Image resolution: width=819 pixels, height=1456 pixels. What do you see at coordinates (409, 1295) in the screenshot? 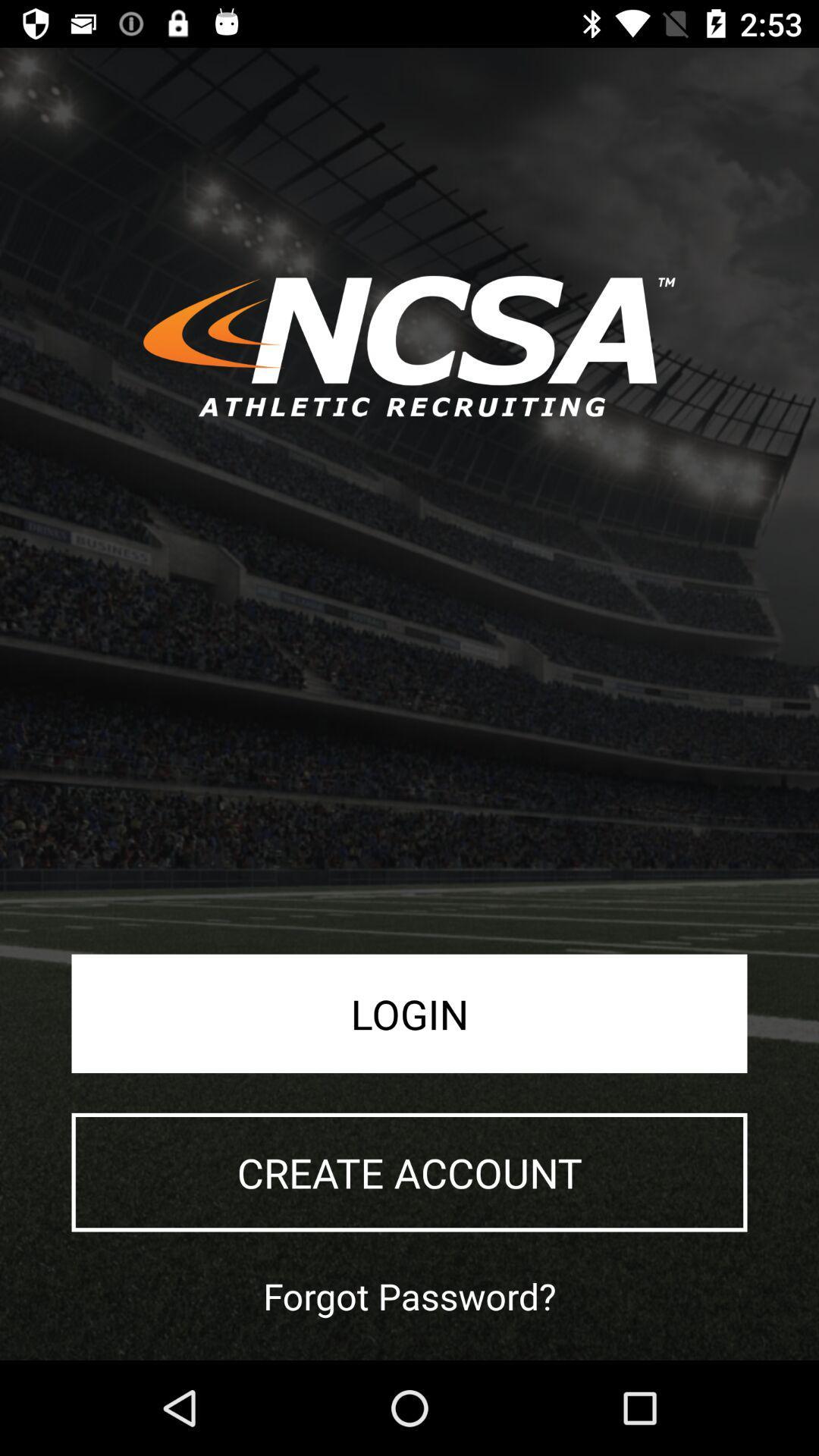
I see `icon below create account item` at bounding box center [409, 1295].